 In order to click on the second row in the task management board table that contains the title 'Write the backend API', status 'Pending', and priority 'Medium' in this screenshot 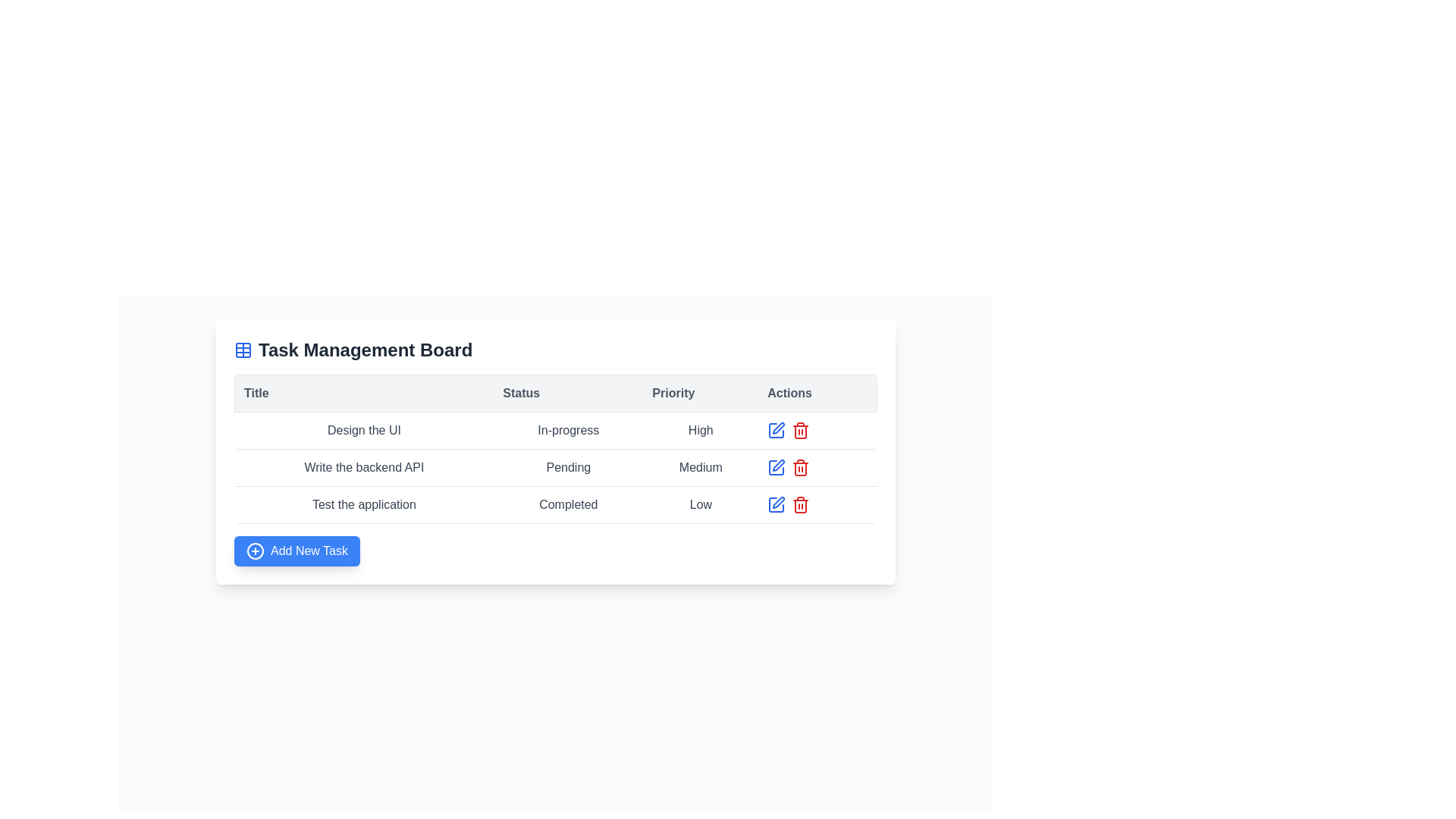, I will do `click(555, 467)`.